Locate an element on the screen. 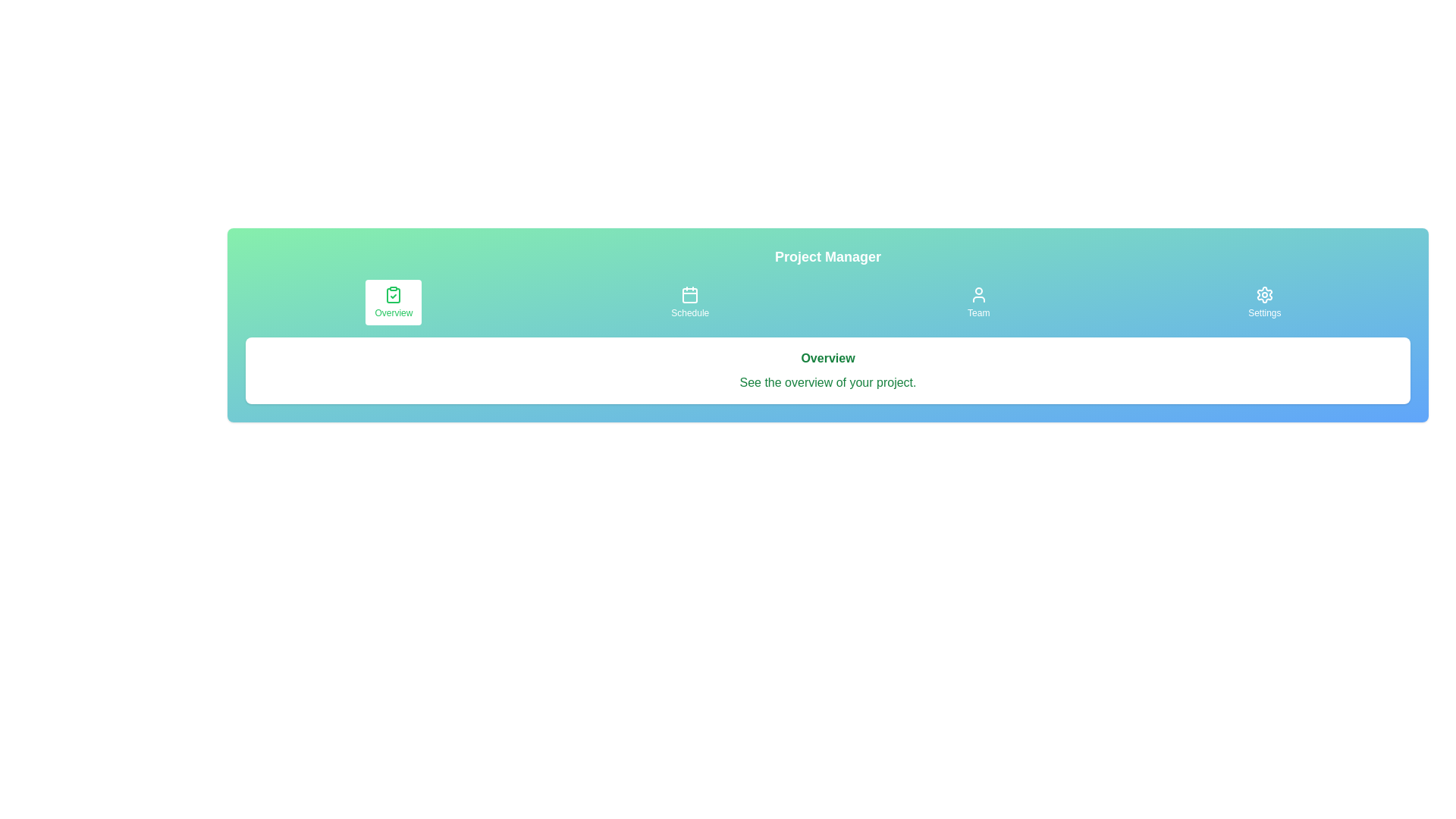 This screenshot has height=819, width=1456. the 'Team' text label in the navigation bar, which is positioned between the 'Schedule' and 'Settings' buttons is located at coordinates (978, 312).